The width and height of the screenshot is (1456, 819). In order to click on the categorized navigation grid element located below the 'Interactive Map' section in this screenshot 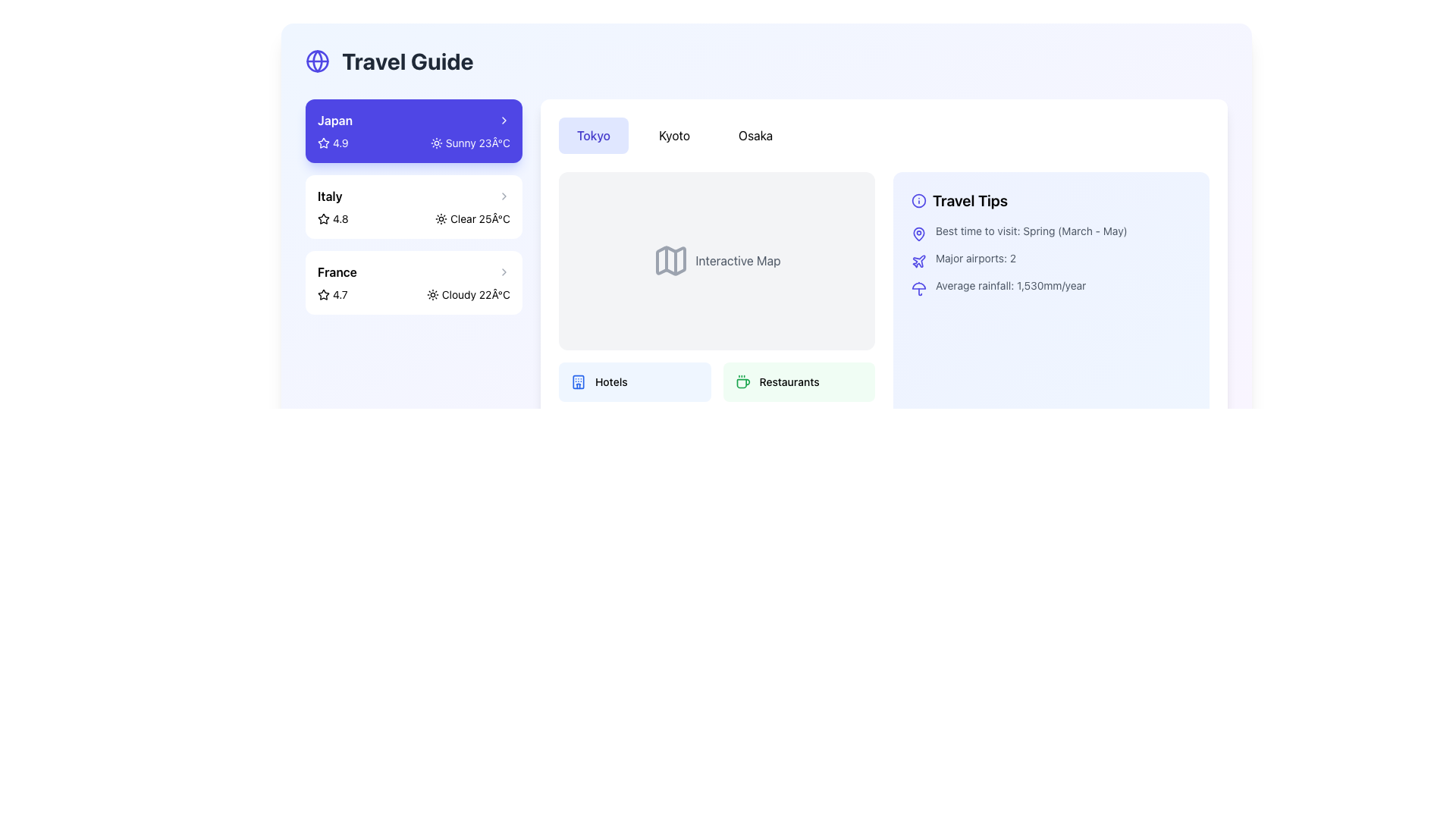, I will do `click(716, 406)`.